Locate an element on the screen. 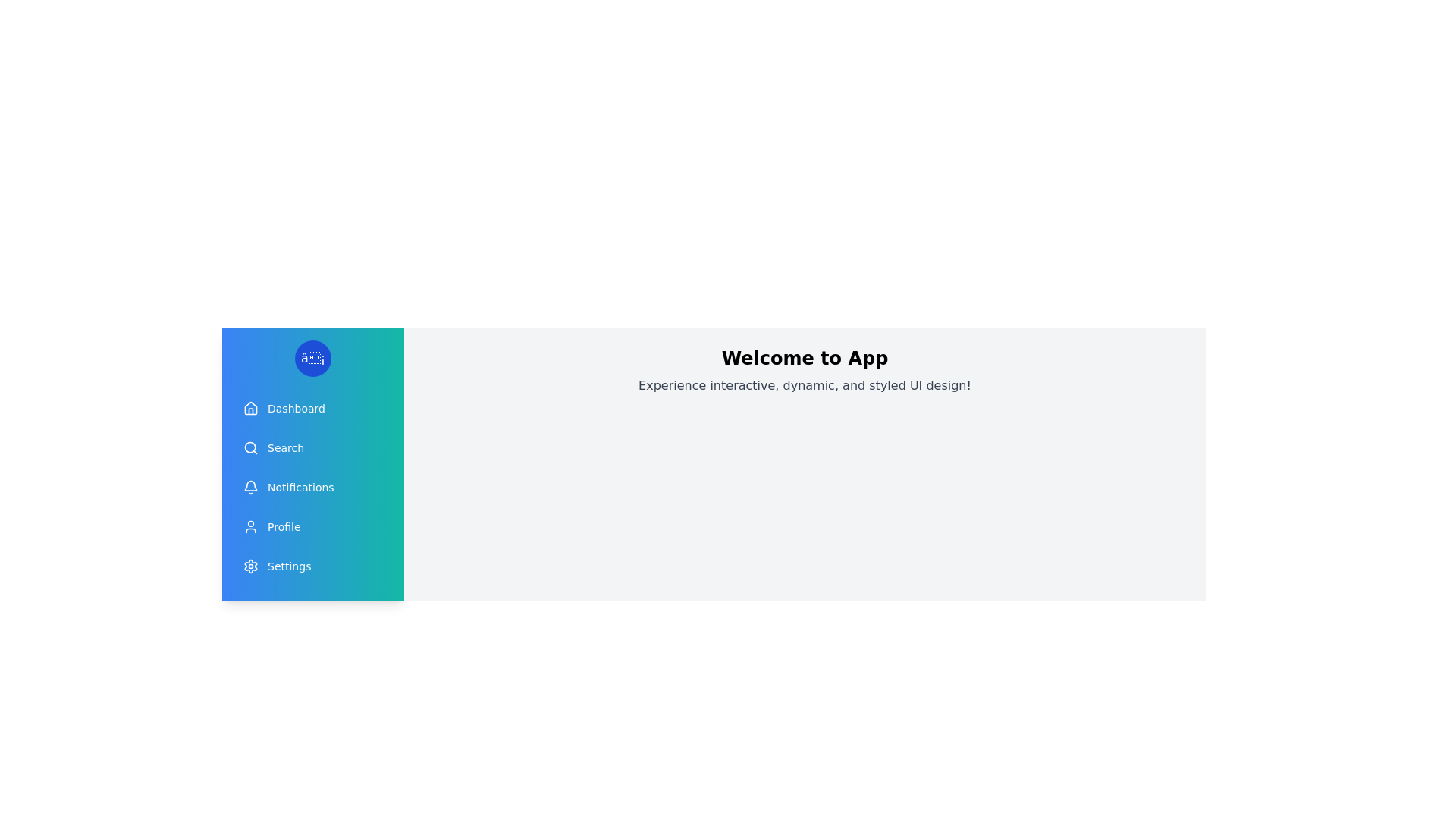  the menu item Dashboard from the drawer is located at coordinates (312, 408).